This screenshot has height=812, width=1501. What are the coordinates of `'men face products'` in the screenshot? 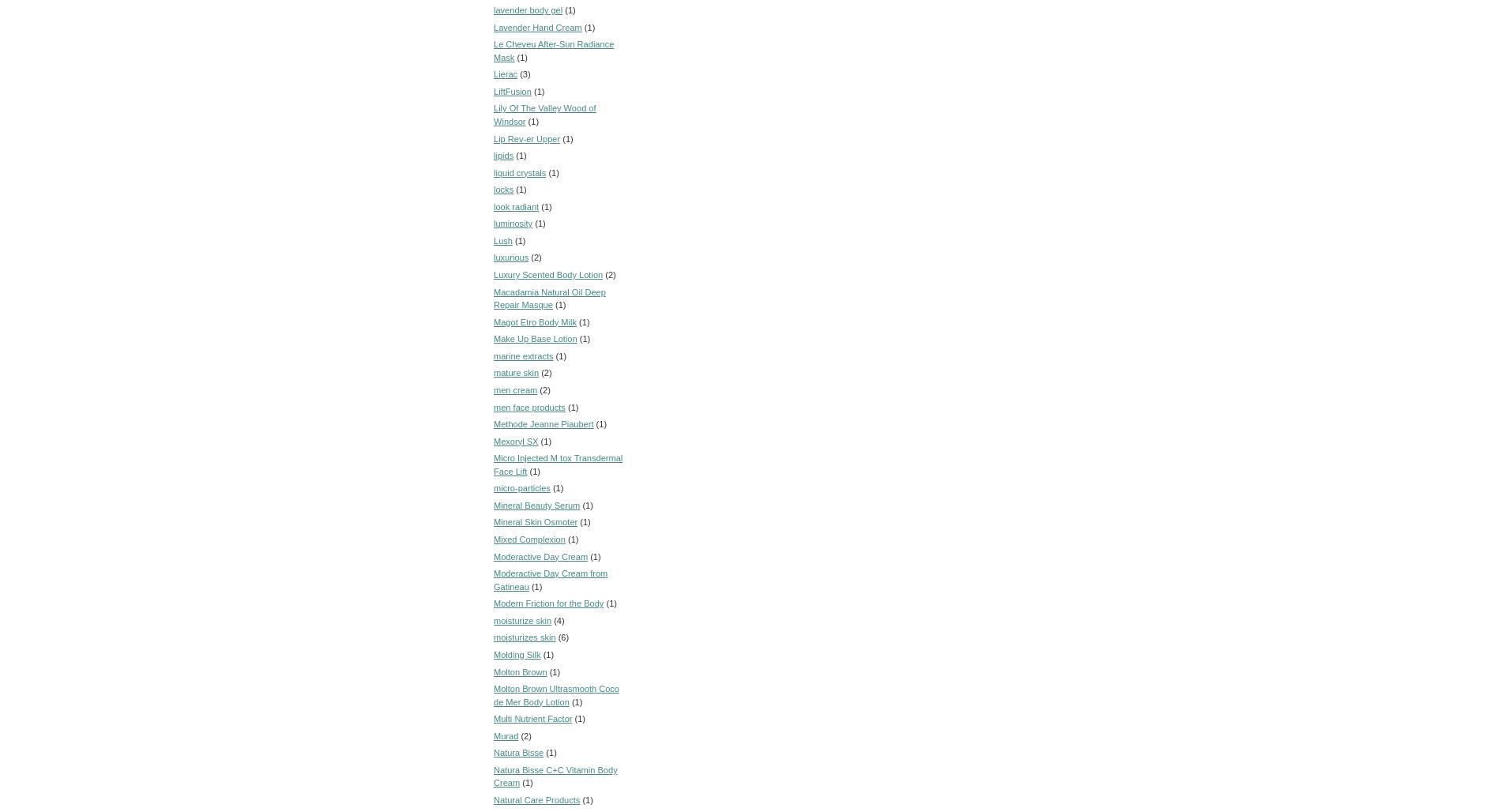 It's located at (493, 407).